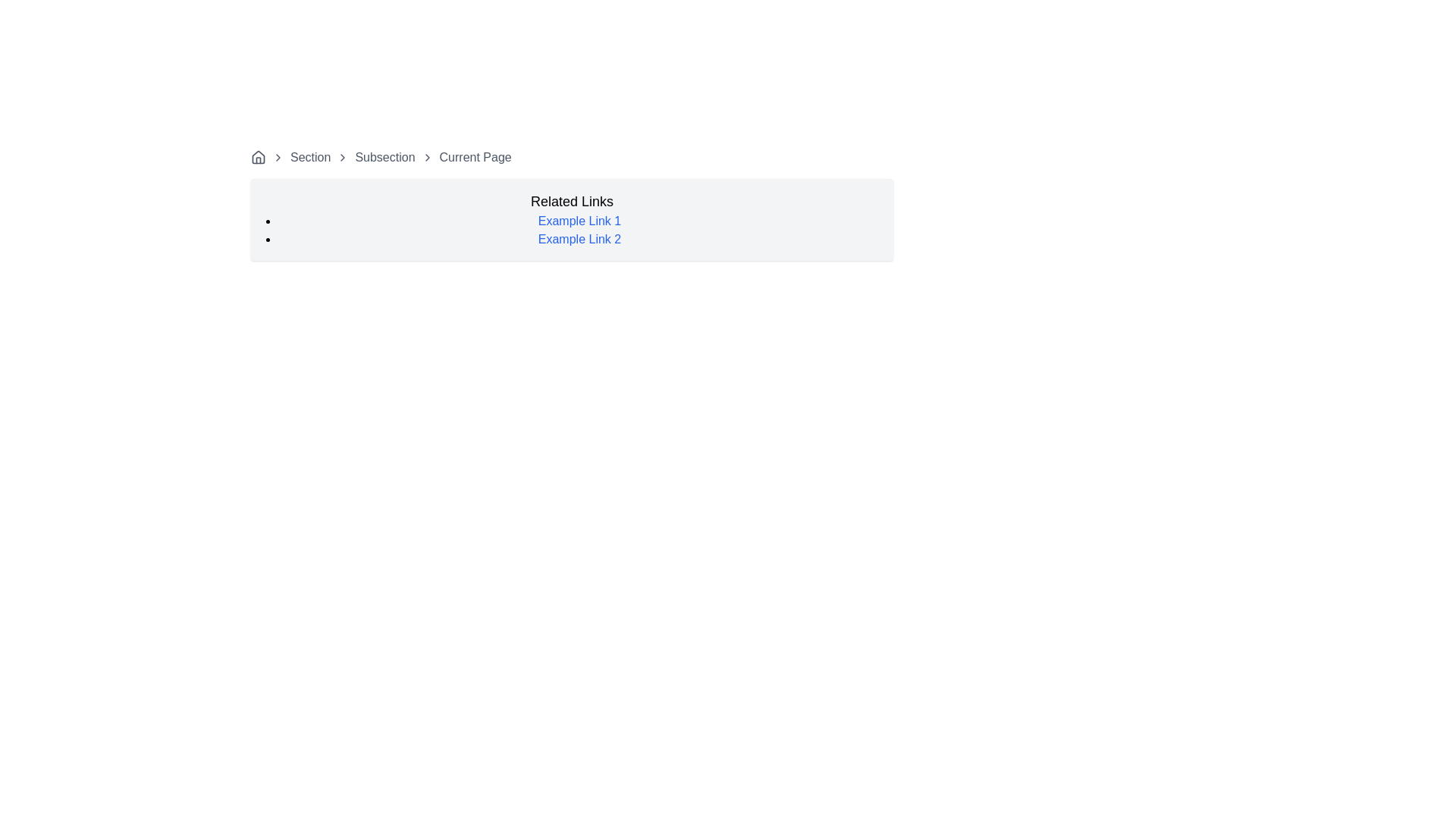  I want to click on the second chevron icon in the breadcrumb navigation, which serves as a visual separator and navigational indicator between 'Section' and 'Subsection', so click(342, 158).